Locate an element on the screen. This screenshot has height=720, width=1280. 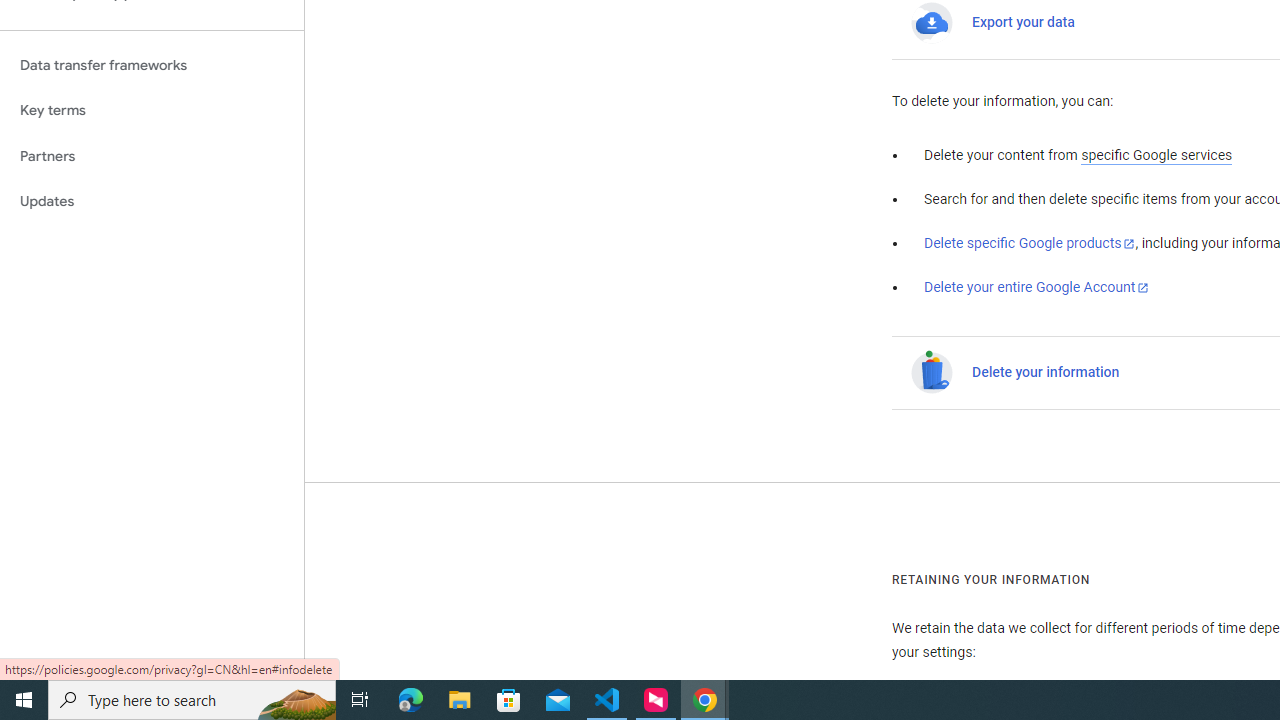
'Delete your entire Google Account' is located at coordinates (1036, 288).